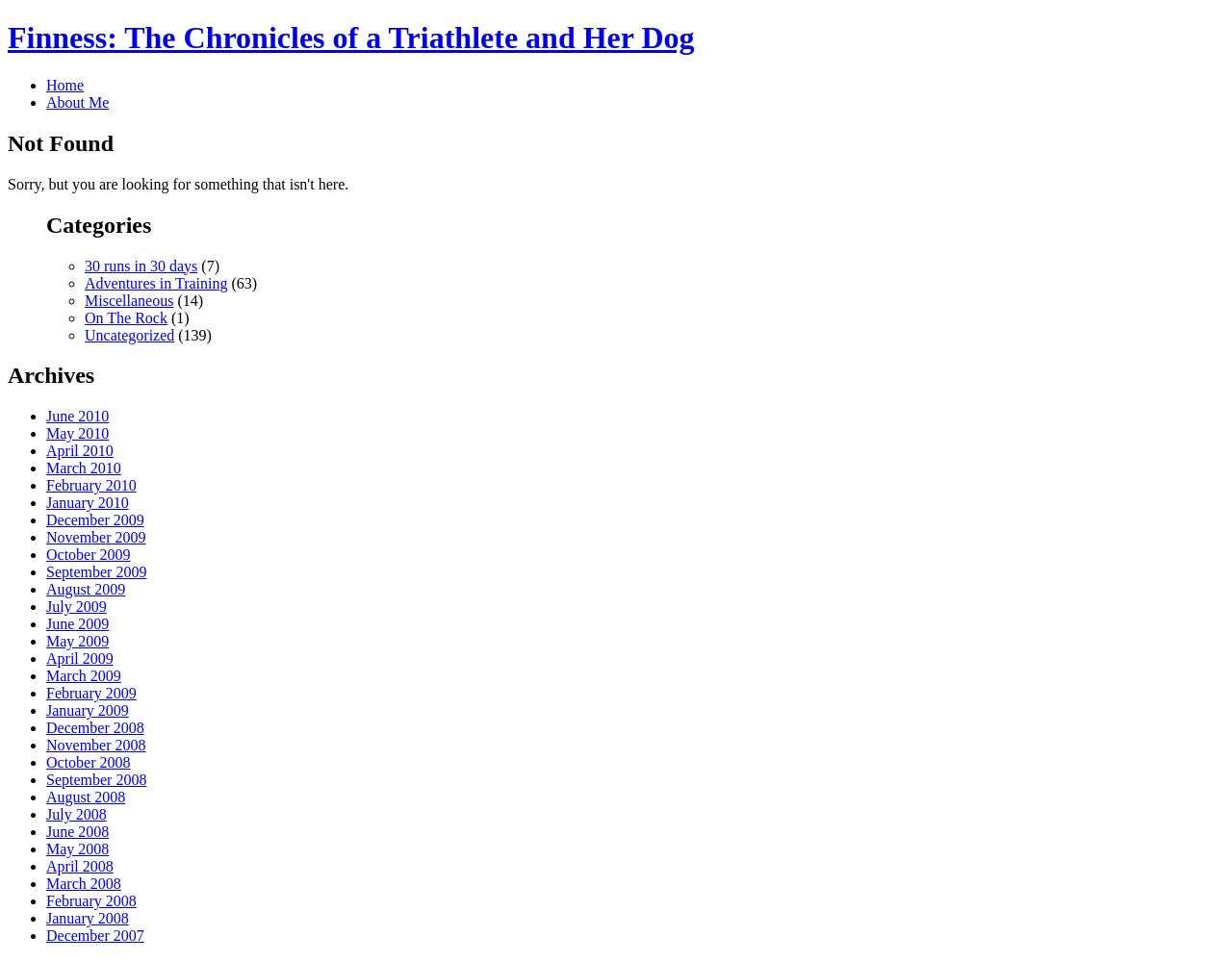 The height and width of the screenshot is (962, 1232). I want to click on 'March 2010', so click(82, 467).